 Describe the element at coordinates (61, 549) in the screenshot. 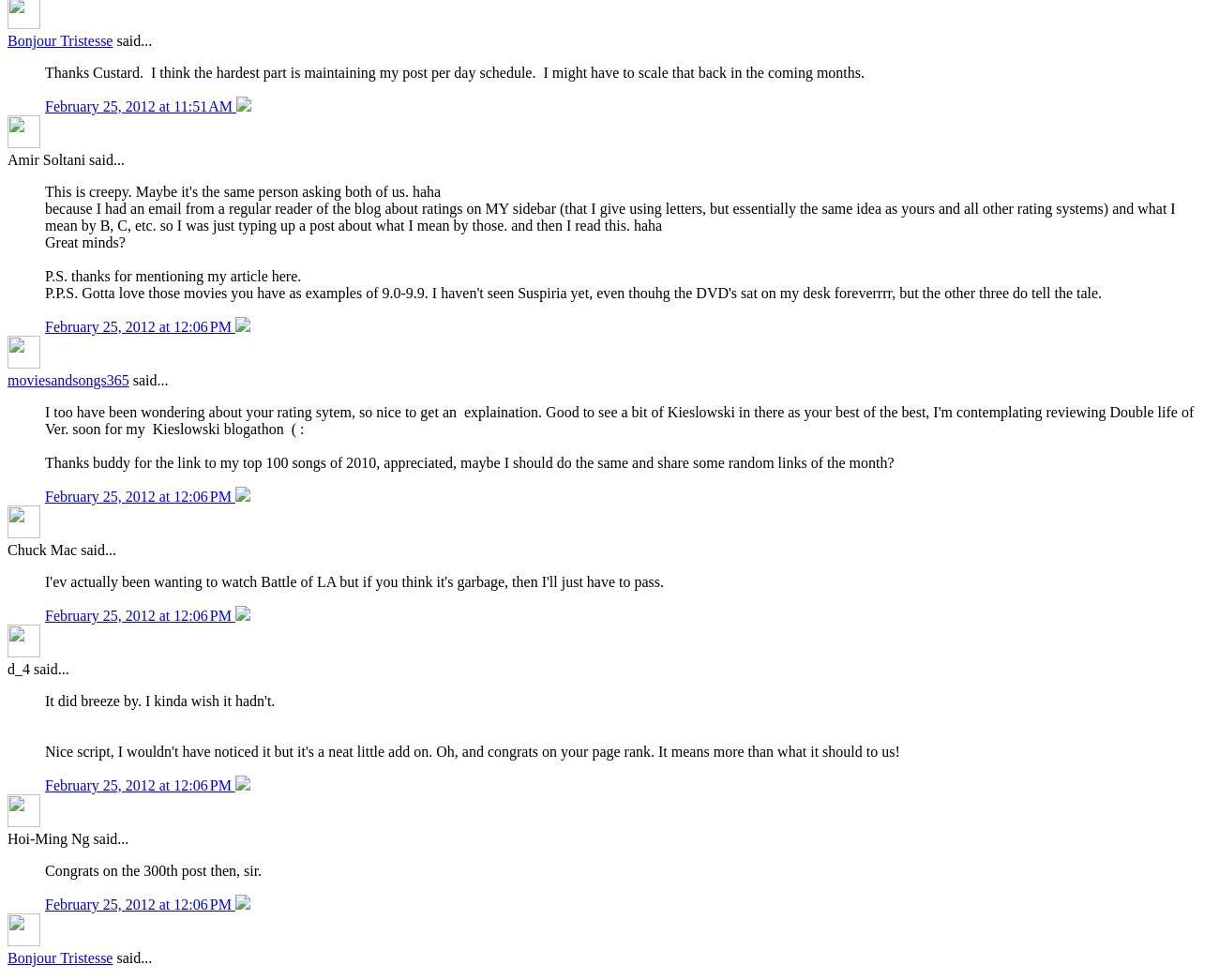

I see `'Chuck Mac
said...'` at that location.